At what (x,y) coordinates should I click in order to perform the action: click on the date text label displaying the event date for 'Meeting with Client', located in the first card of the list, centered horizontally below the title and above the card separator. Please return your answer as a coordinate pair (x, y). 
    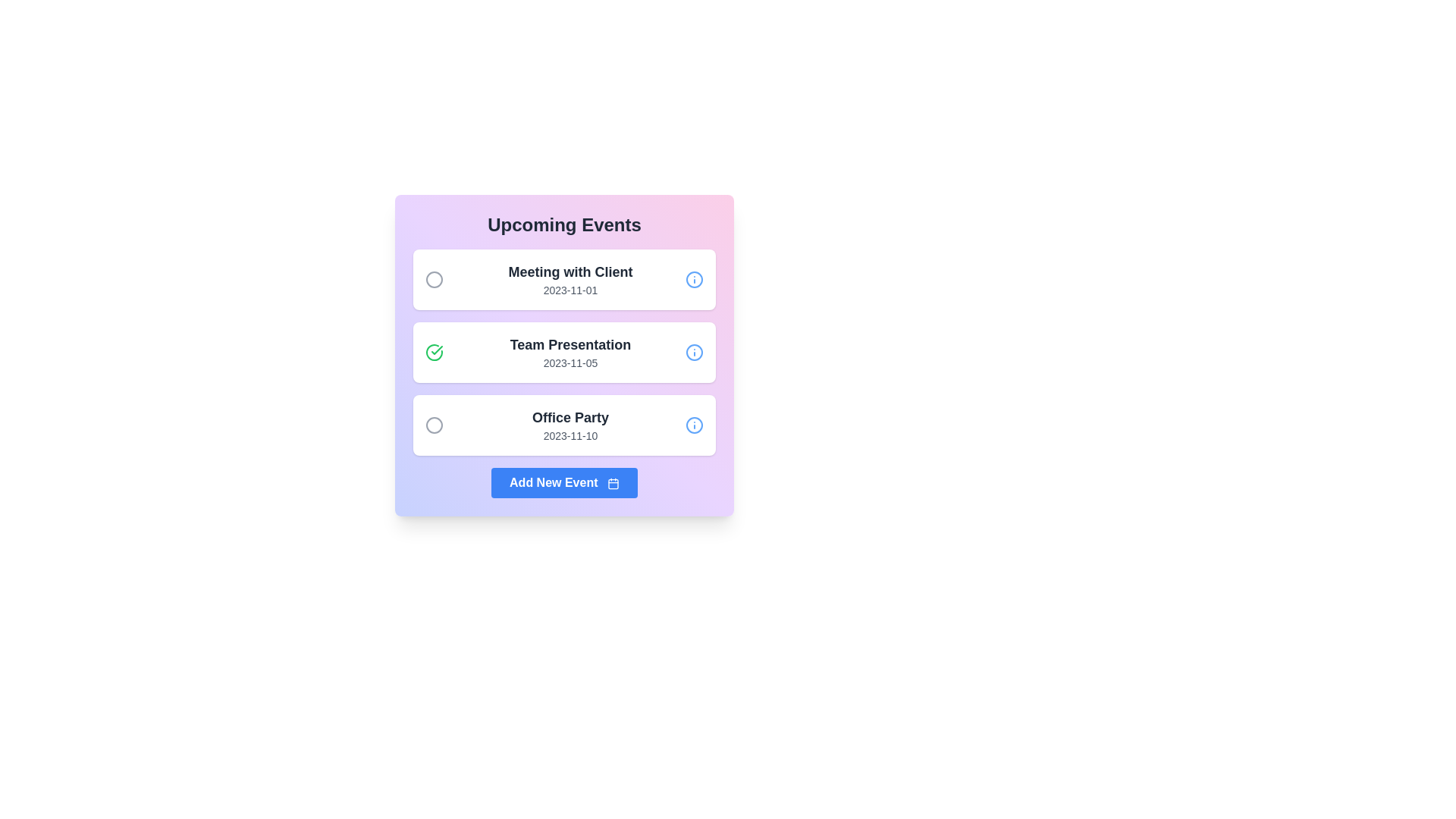
    Looking at the image, I should click on (570, 290).